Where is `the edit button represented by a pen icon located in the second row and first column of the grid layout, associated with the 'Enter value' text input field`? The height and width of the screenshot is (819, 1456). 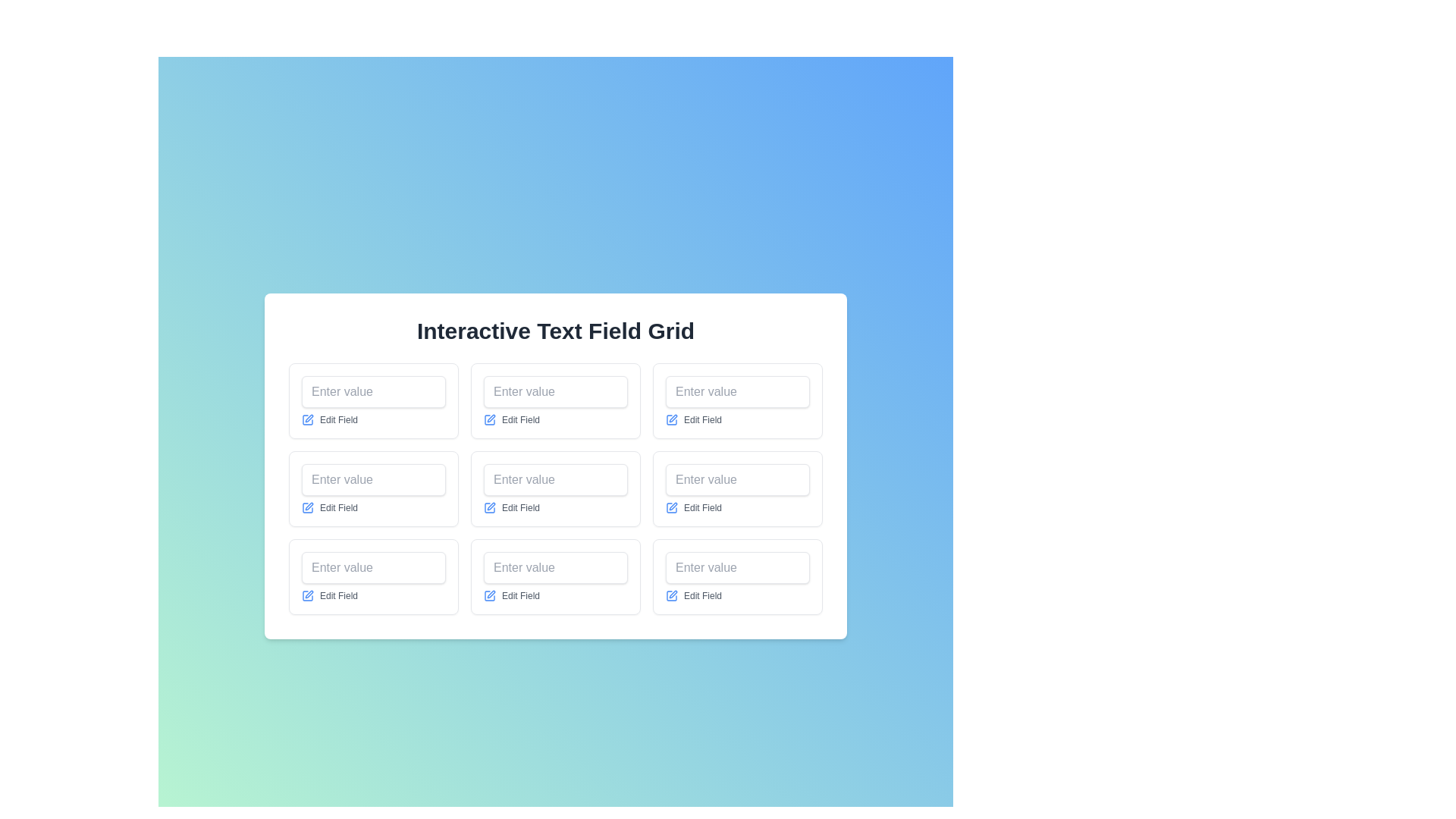
the edit button represented by a pen icon located in the second row and first column of the grid layout, associated with the 'Enter value' text input field is located at coordinates (309, 506).